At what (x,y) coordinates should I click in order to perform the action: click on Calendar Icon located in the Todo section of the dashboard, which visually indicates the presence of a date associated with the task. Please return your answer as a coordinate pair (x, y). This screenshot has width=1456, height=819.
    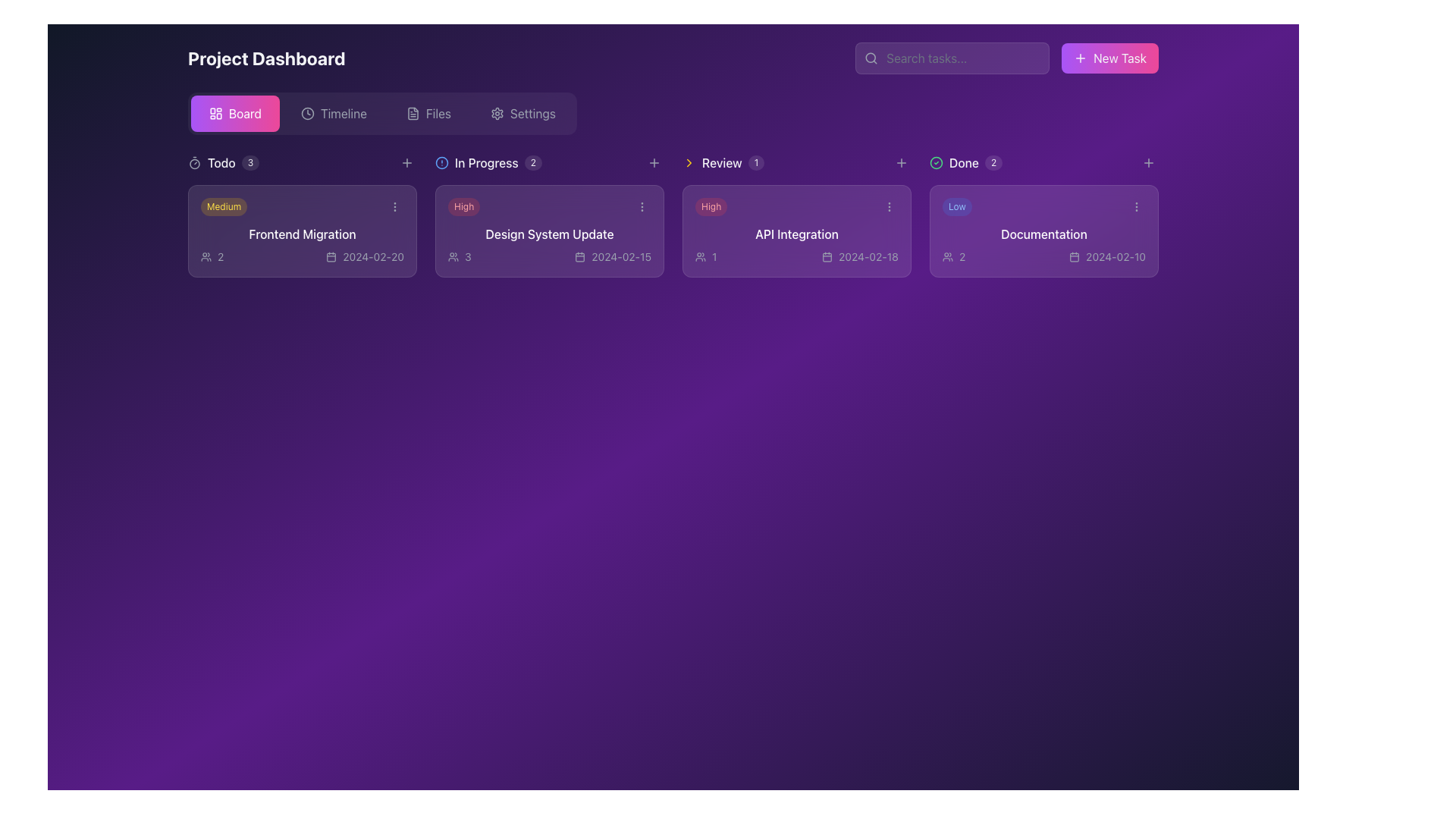
    Looking at the image, I should click on (331, 256).